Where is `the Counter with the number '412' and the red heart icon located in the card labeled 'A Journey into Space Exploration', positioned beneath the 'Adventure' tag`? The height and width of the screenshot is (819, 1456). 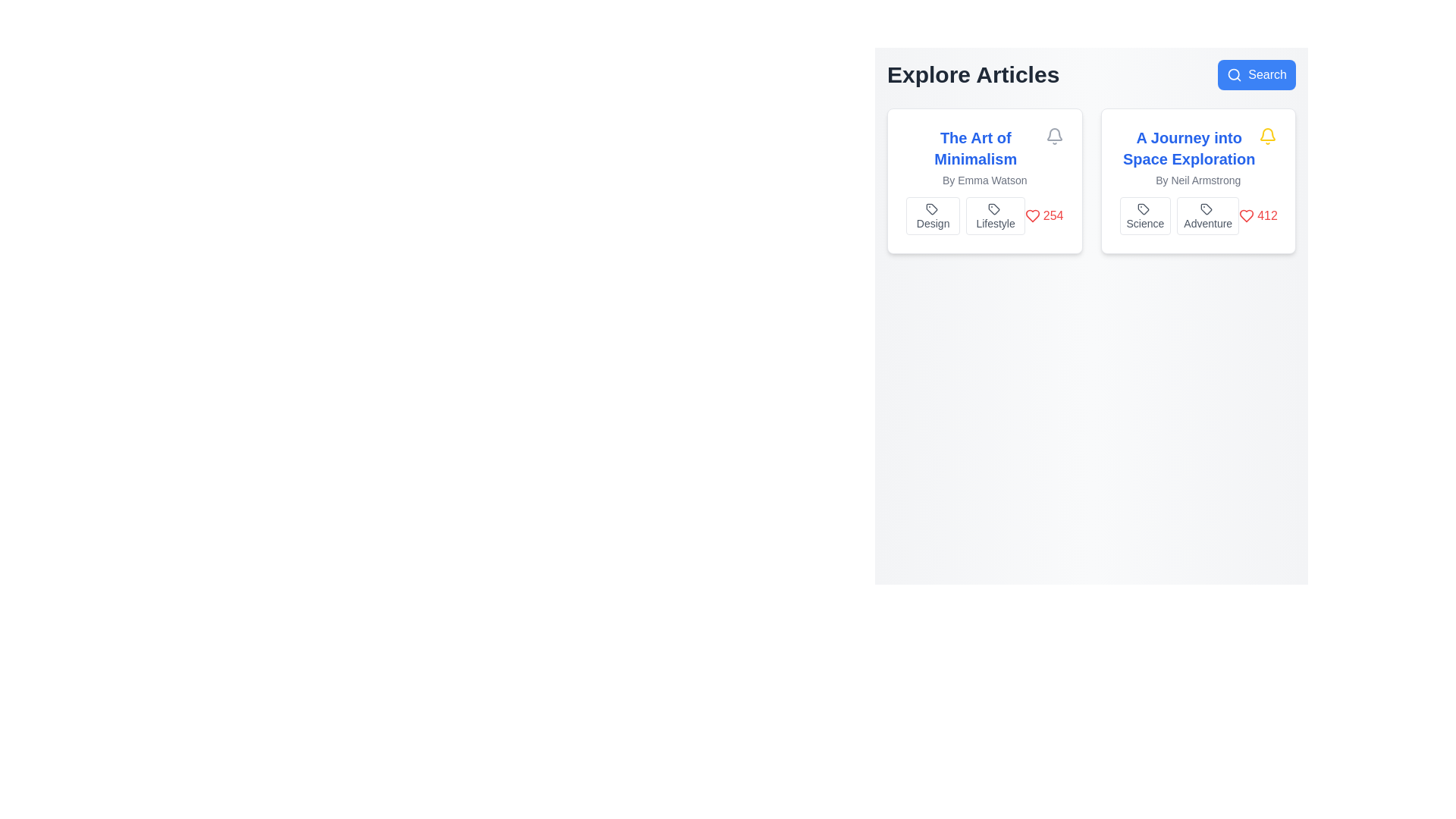 the Counter with the number '412' and the red heart icon located in the card labeled 'A Journey into Space Exploration', positioned beneath the 'Adventure' tag is located at coordinates (1258, 216).